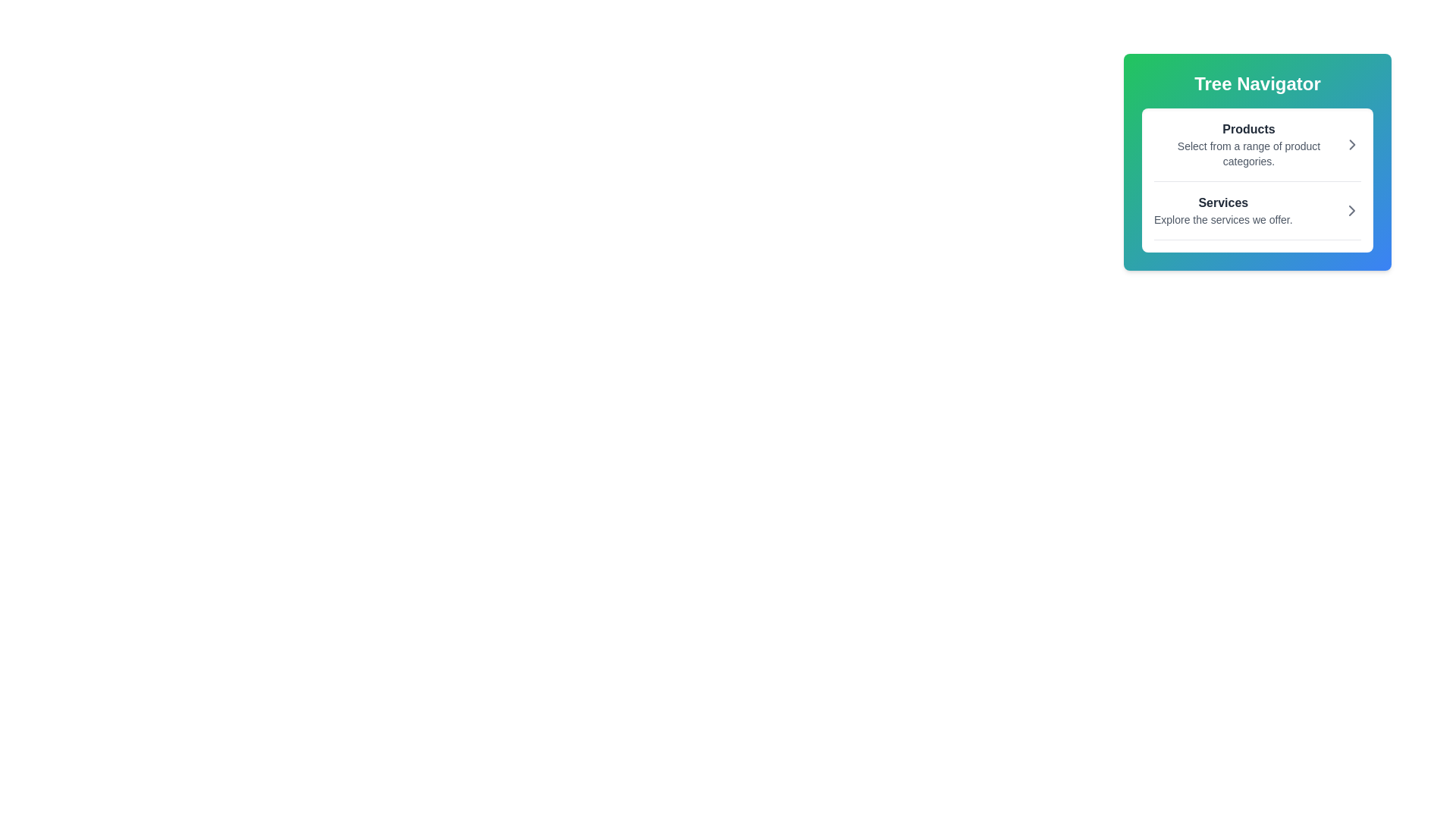 The image size is (1456, 819). Describe the element at coordinates (1257, 217) in the screenshot. I see `the second item in the navigation menu located within the 'Tree Navigator' card` at that location.